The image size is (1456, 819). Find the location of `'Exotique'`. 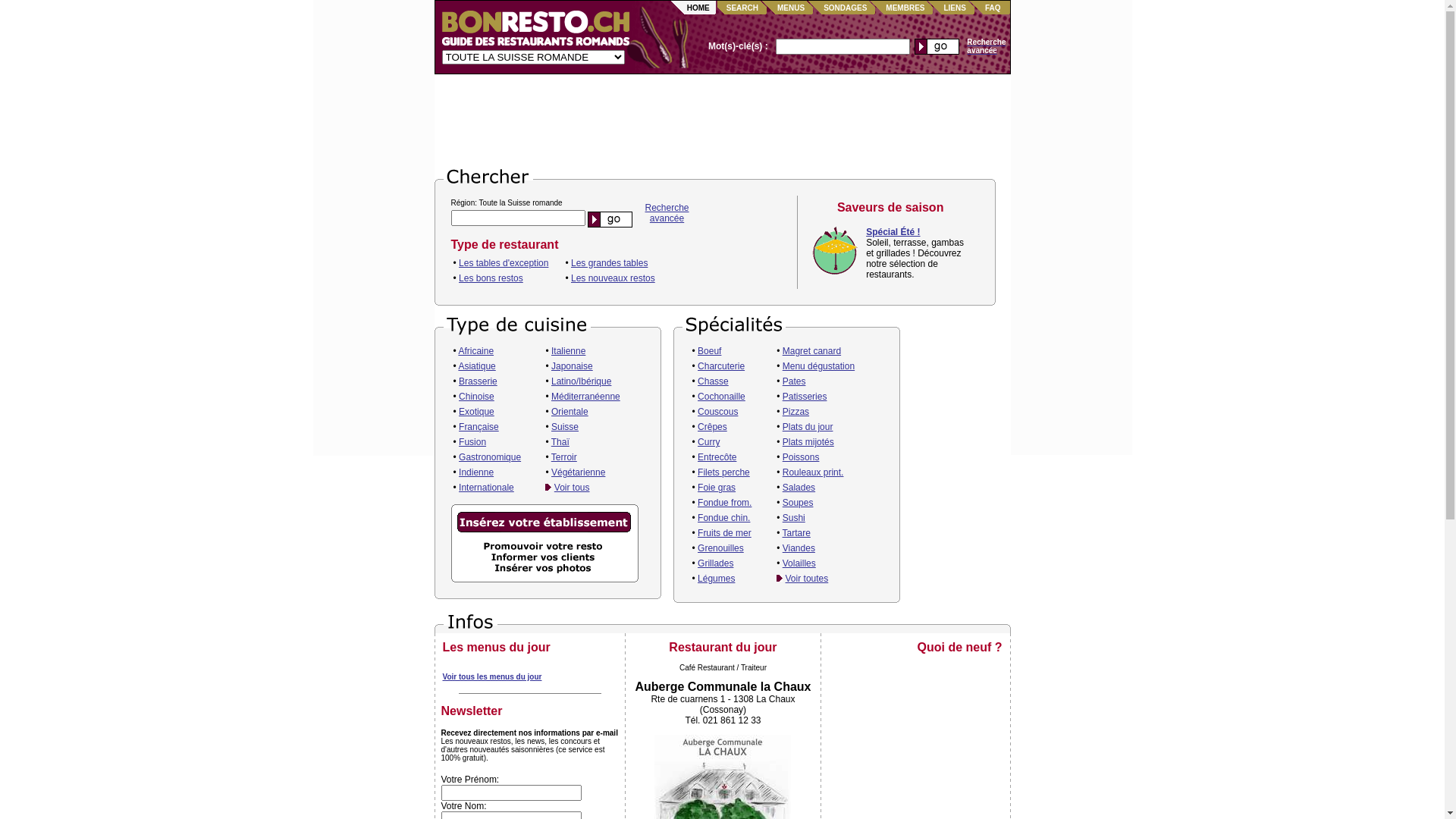

'Exotique' is located at coordinates (475, 412).